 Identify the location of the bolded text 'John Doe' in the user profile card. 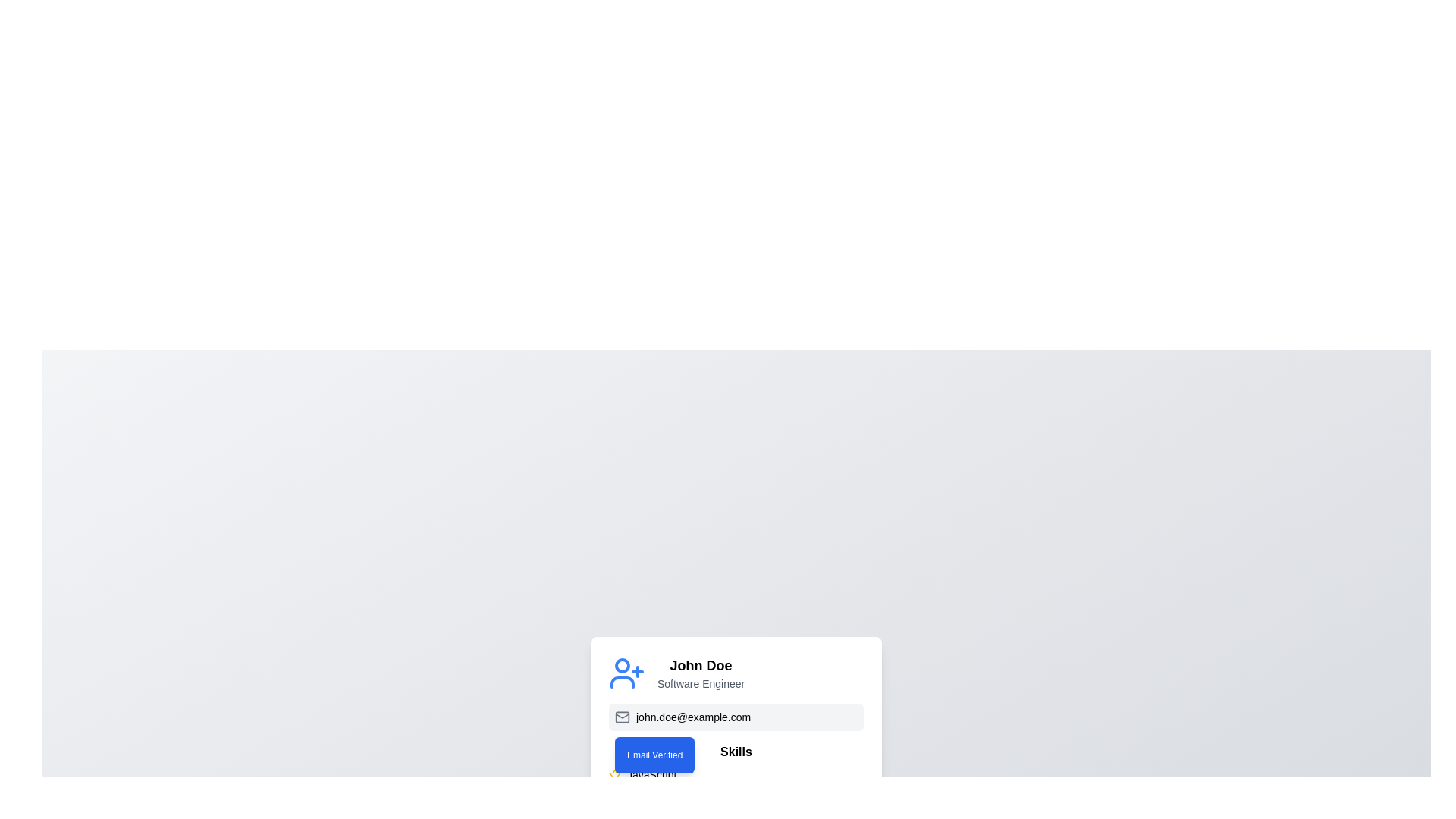
(700, 665).